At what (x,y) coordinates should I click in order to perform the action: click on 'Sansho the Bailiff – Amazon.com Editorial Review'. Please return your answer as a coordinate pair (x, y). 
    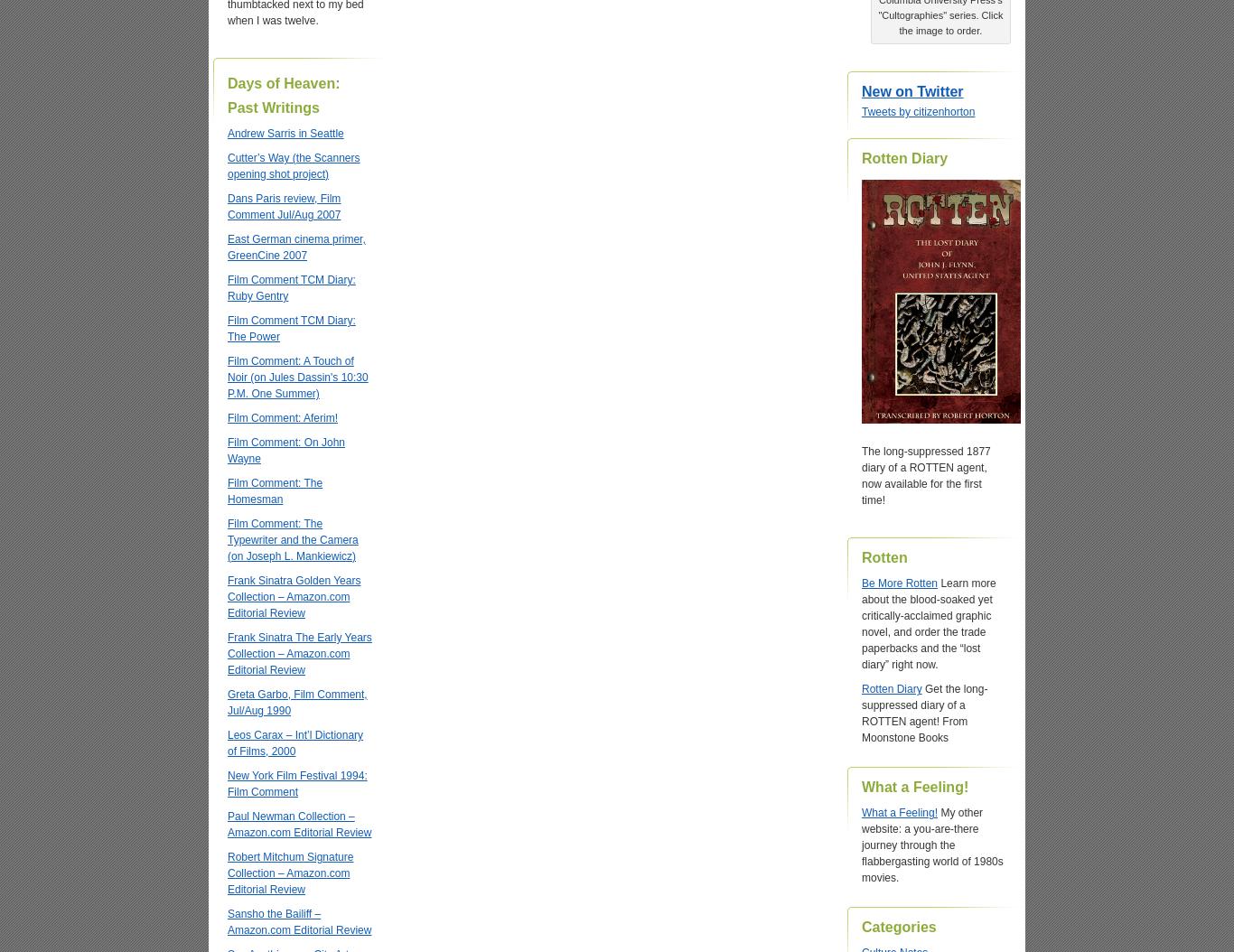
    Looking at the image, I should click on (299, 921).